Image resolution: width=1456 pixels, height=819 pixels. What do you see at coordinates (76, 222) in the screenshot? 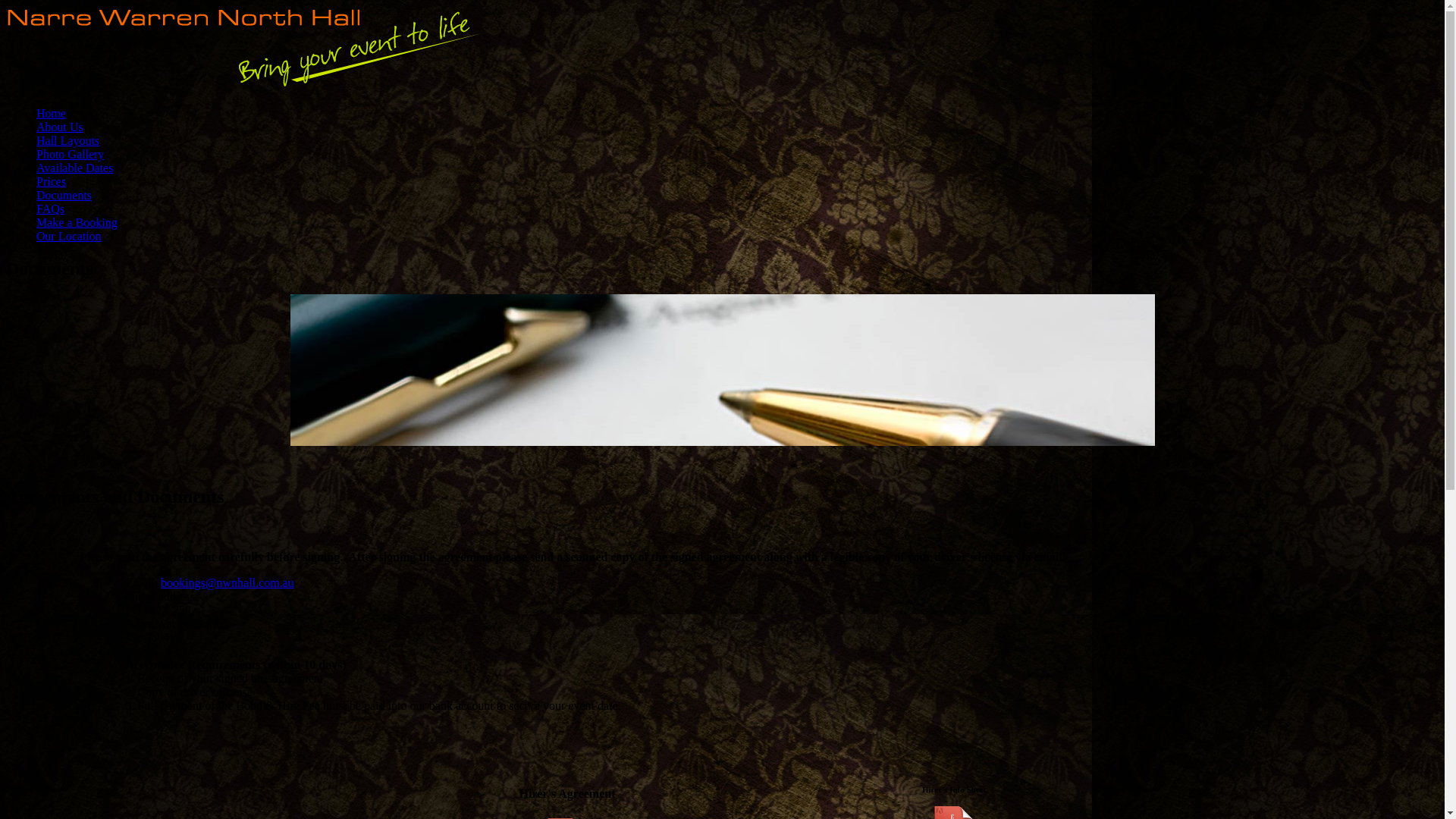
I see `'Make a Booking'` at bounding box center [76, 222].